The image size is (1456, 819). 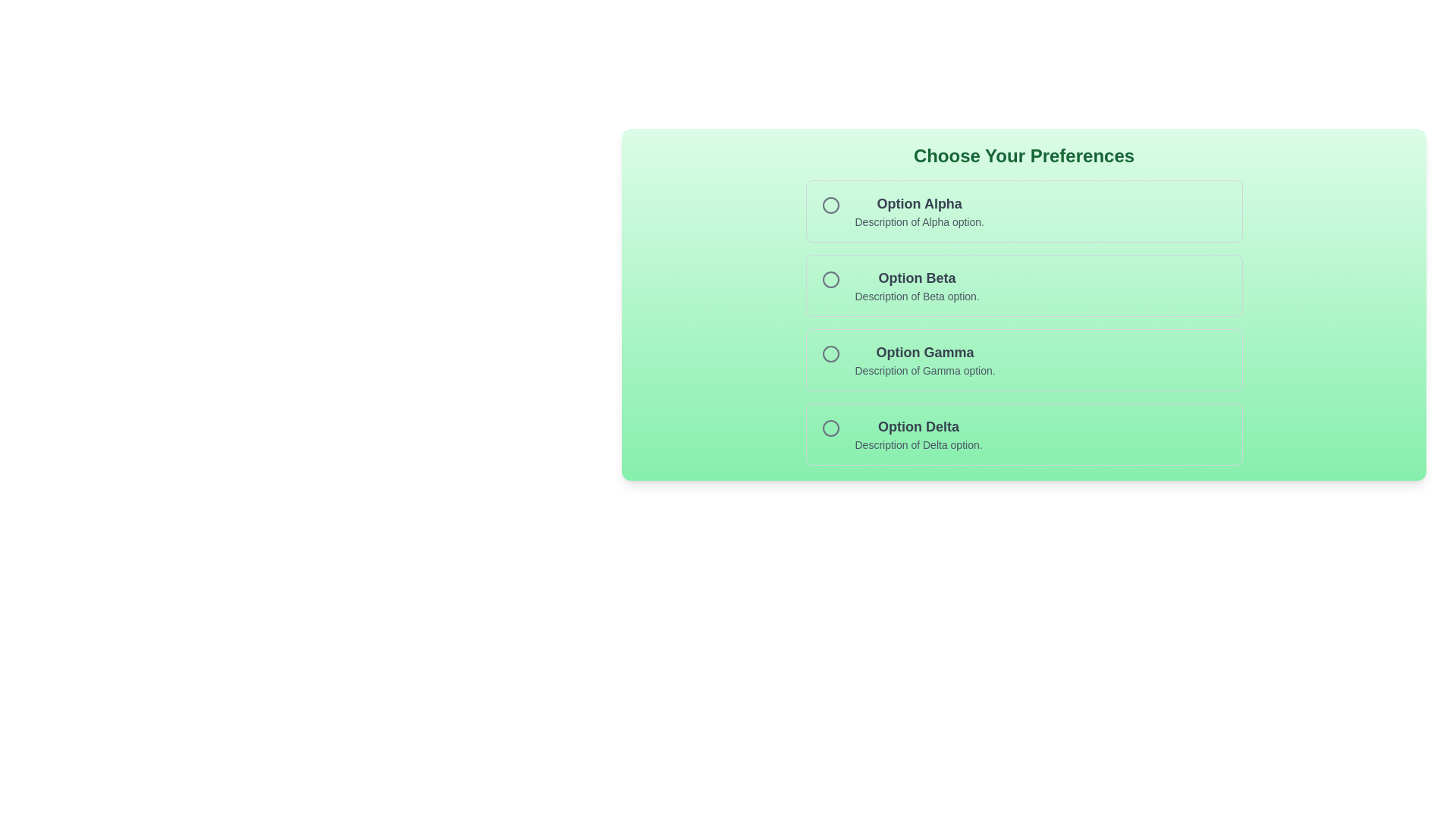 What do you see at coordinates (1024, 359) in the screenshot?
I see `the radio button of the third selectable option labeled 'Gamma' in the list under 'Choose Your Preferences'` at bounding box center [1024, 359].